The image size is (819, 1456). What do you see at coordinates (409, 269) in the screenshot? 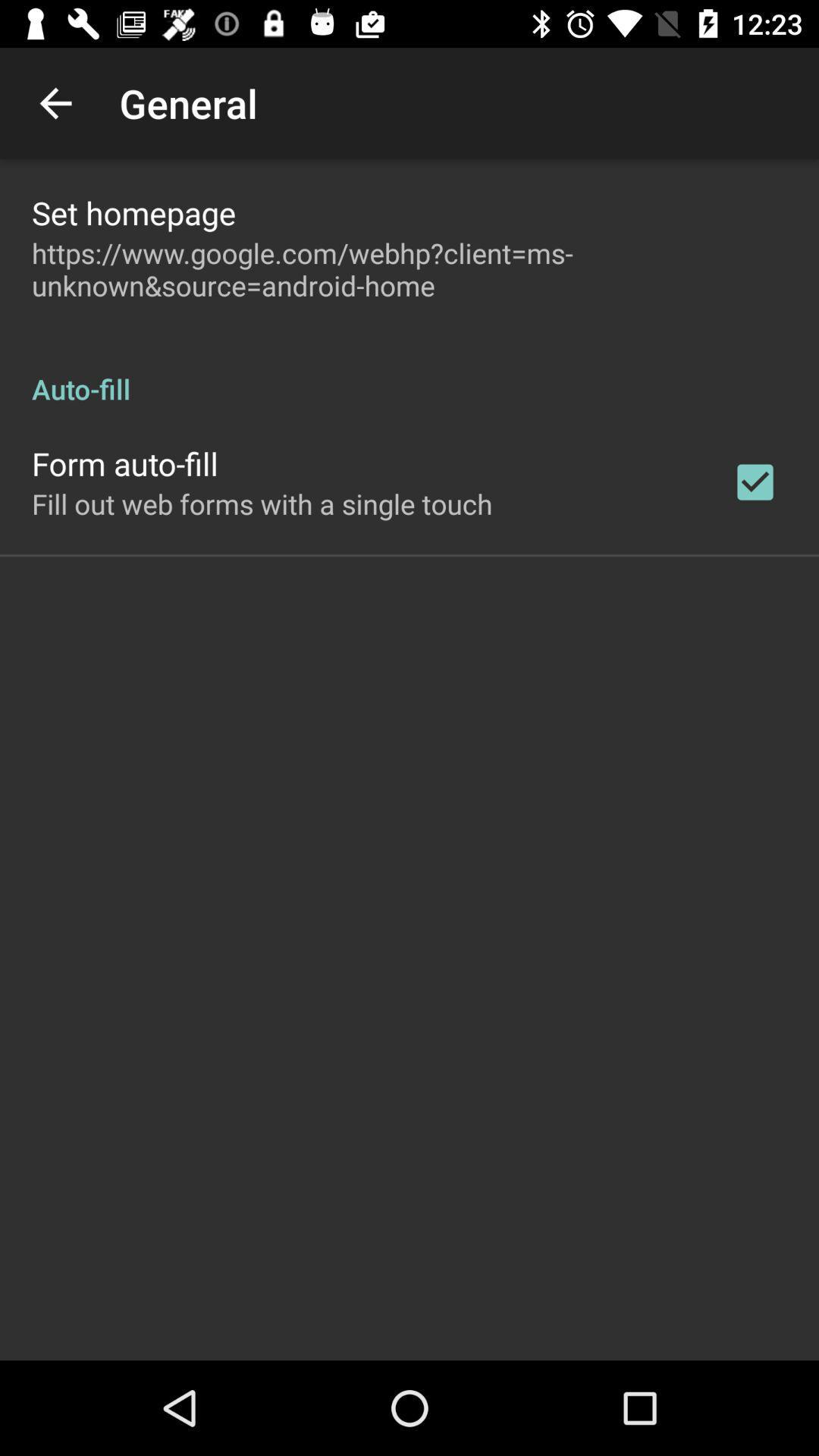
I see `the https www google icon` at bounding box center [409, 269].